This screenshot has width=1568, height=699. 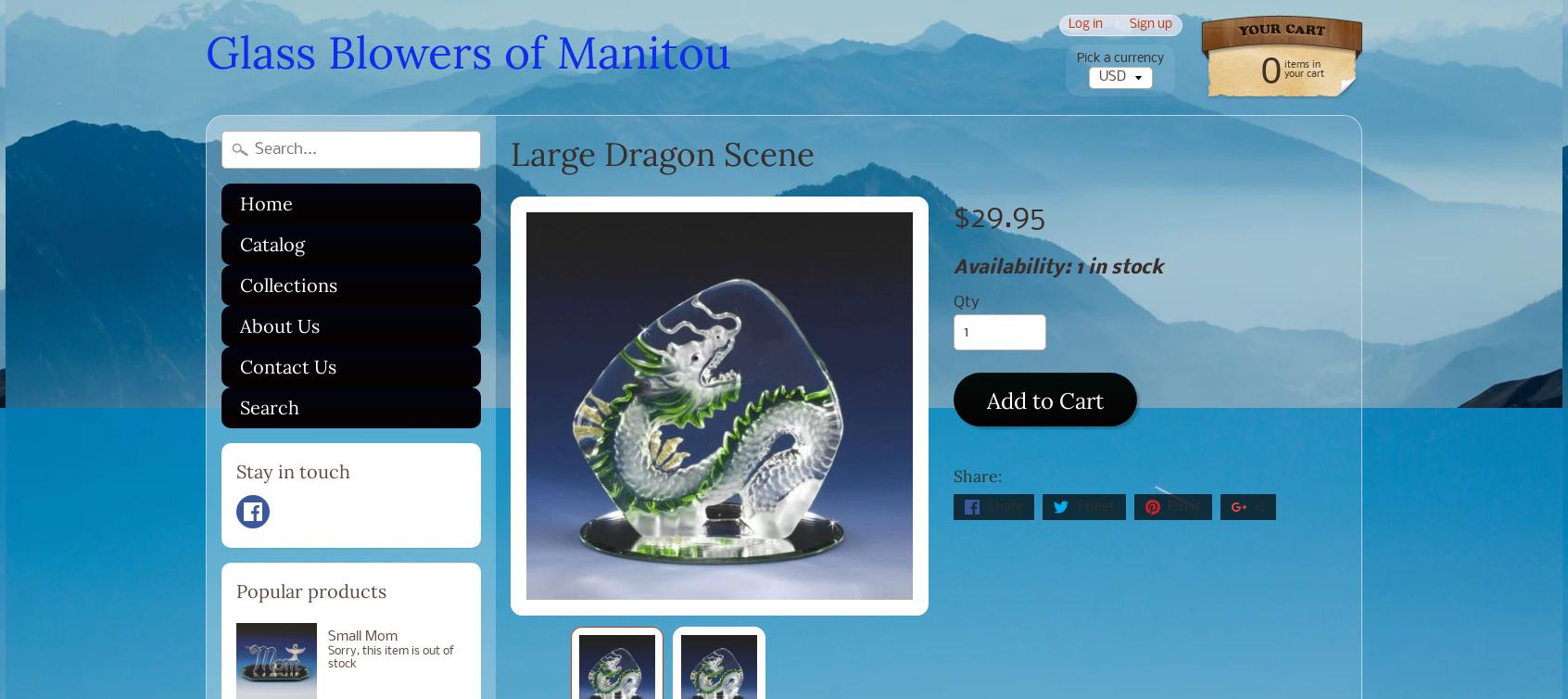 What do you see at coordinates (1094, 507) in the screenshot?
I see `'Tweet'` at bounding box center [1094, 507].